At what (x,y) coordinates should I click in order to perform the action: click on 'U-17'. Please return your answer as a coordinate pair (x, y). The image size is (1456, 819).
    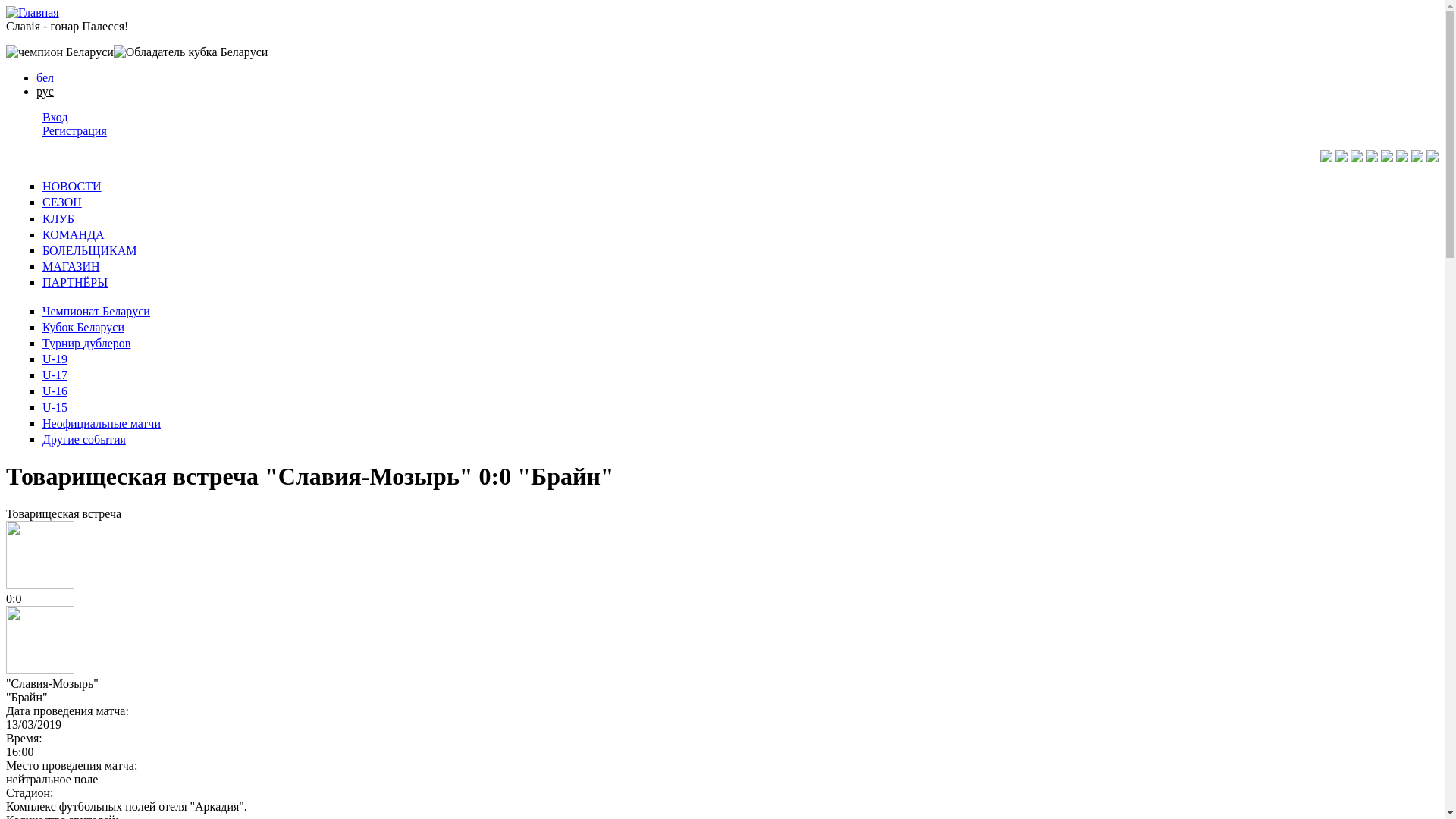
    Looking at the image, I should click on (42, 375).